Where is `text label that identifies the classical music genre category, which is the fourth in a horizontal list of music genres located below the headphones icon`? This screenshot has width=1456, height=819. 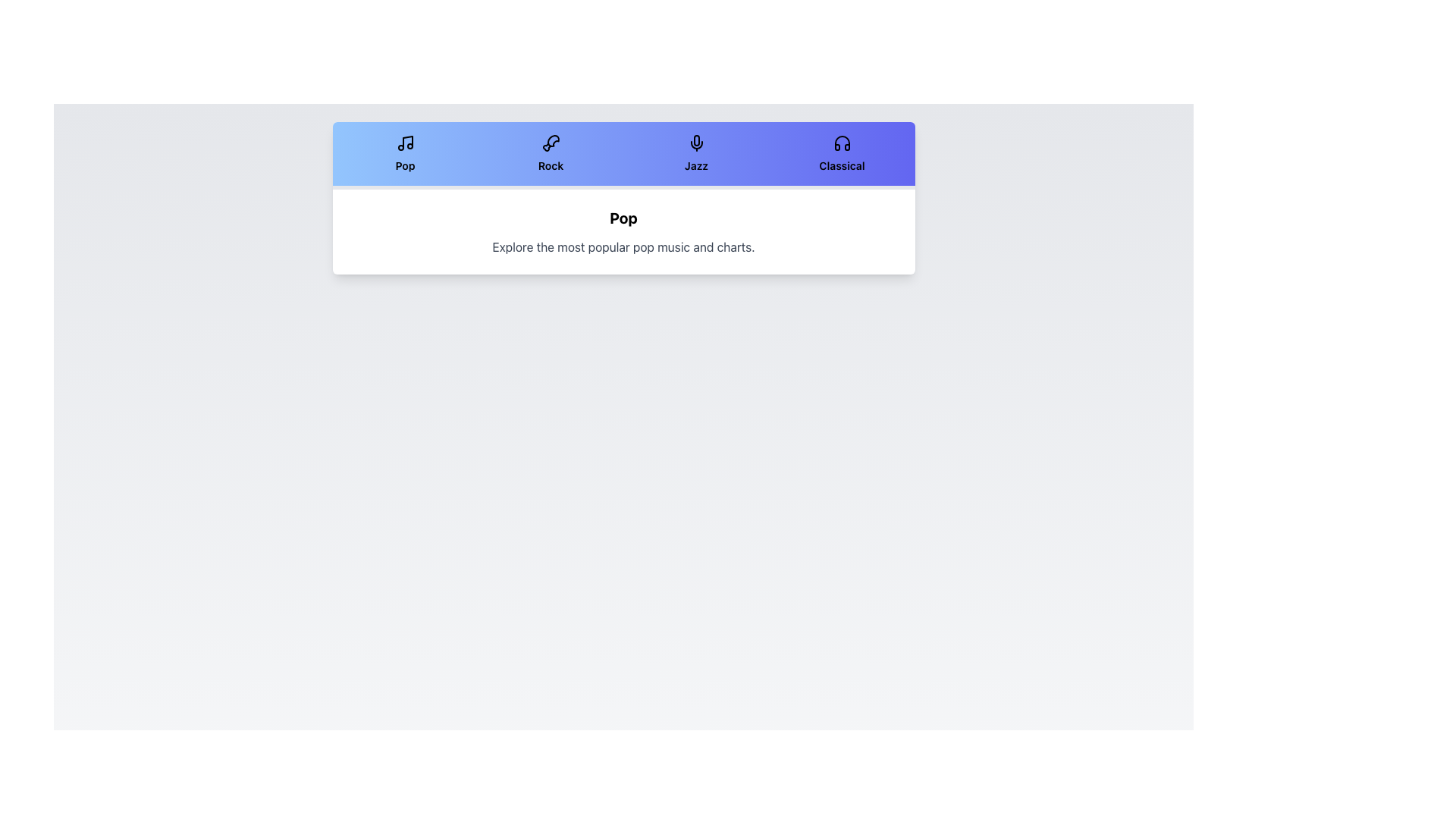 text label that identifies the classical music genre category, which is the fourth in a horizontal list of music genres located below the headphones icon is located at coordinates (841, 166).